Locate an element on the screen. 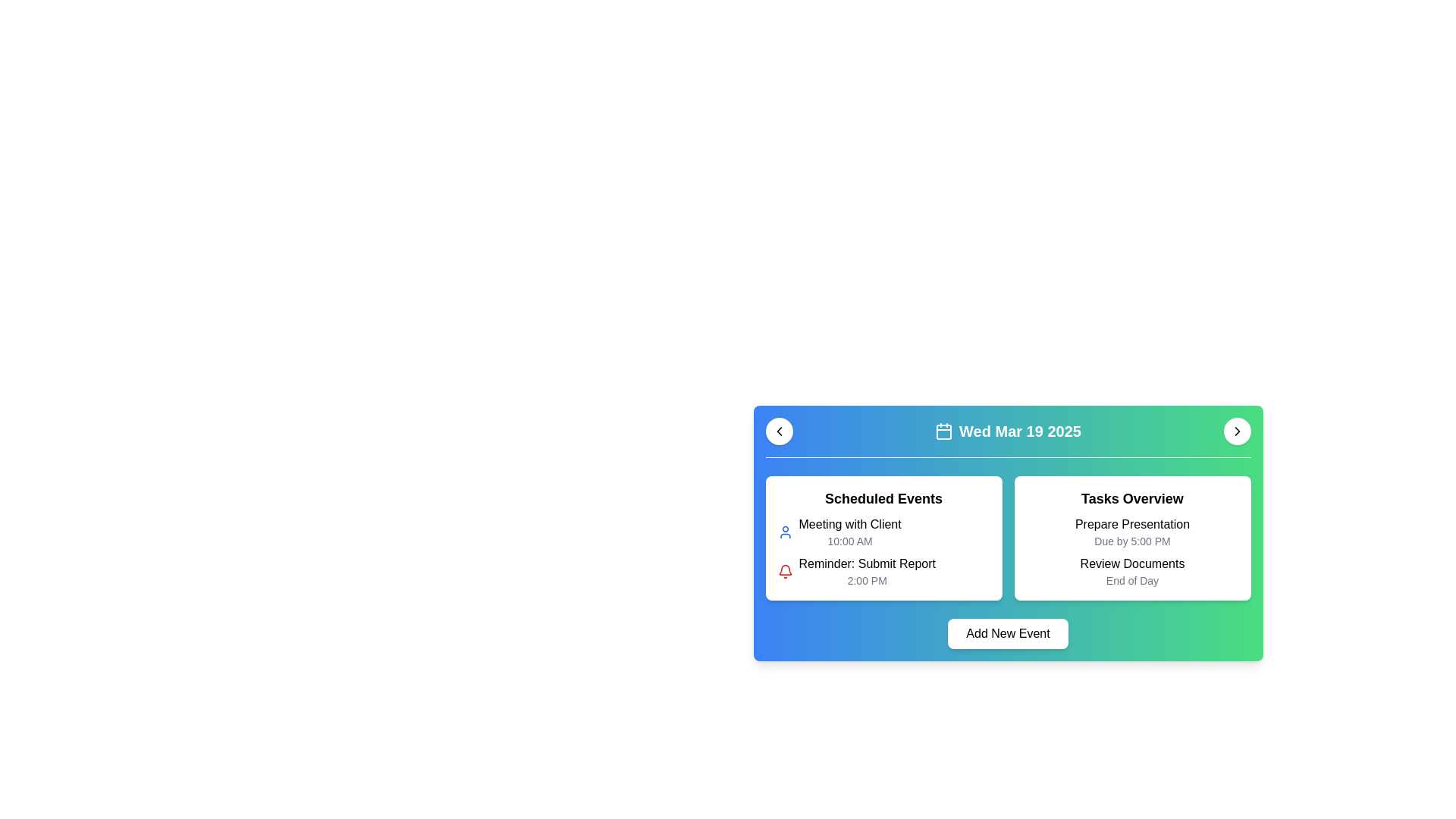 The image size is (1456, 819). the List with styled text items that includes 'Prepare Presentation' and 'Review Documents', located in the 'Tasks Overview' card is located at coordinates (1132, 552).